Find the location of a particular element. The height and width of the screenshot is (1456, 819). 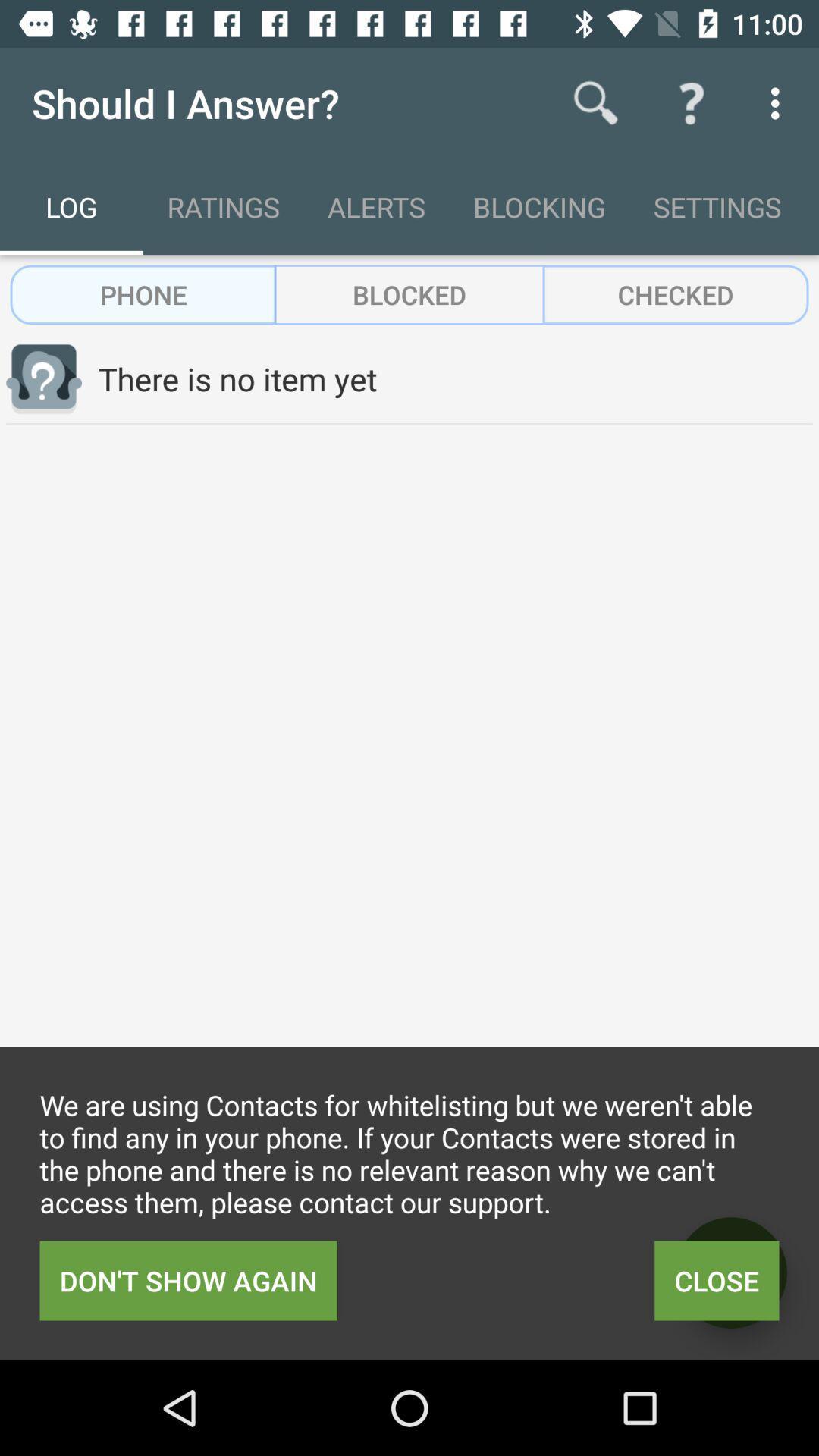

checked item is located at coordinates (675, 294).